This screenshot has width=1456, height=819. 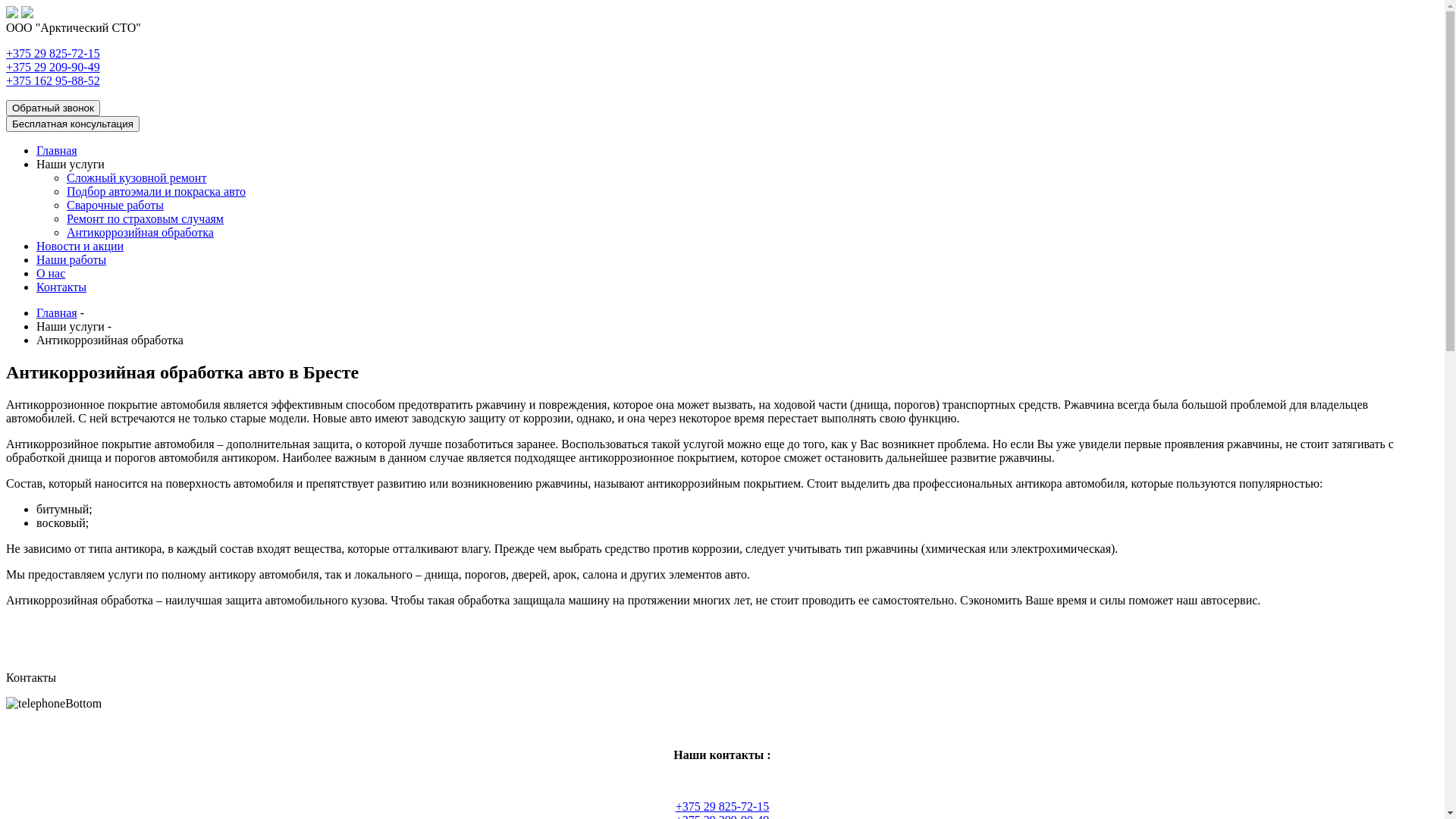 What do you see at coordinates (53, 52) in the screenshot?
I see `'+375 29 825-72-15'` at bounding box center [53, 52].